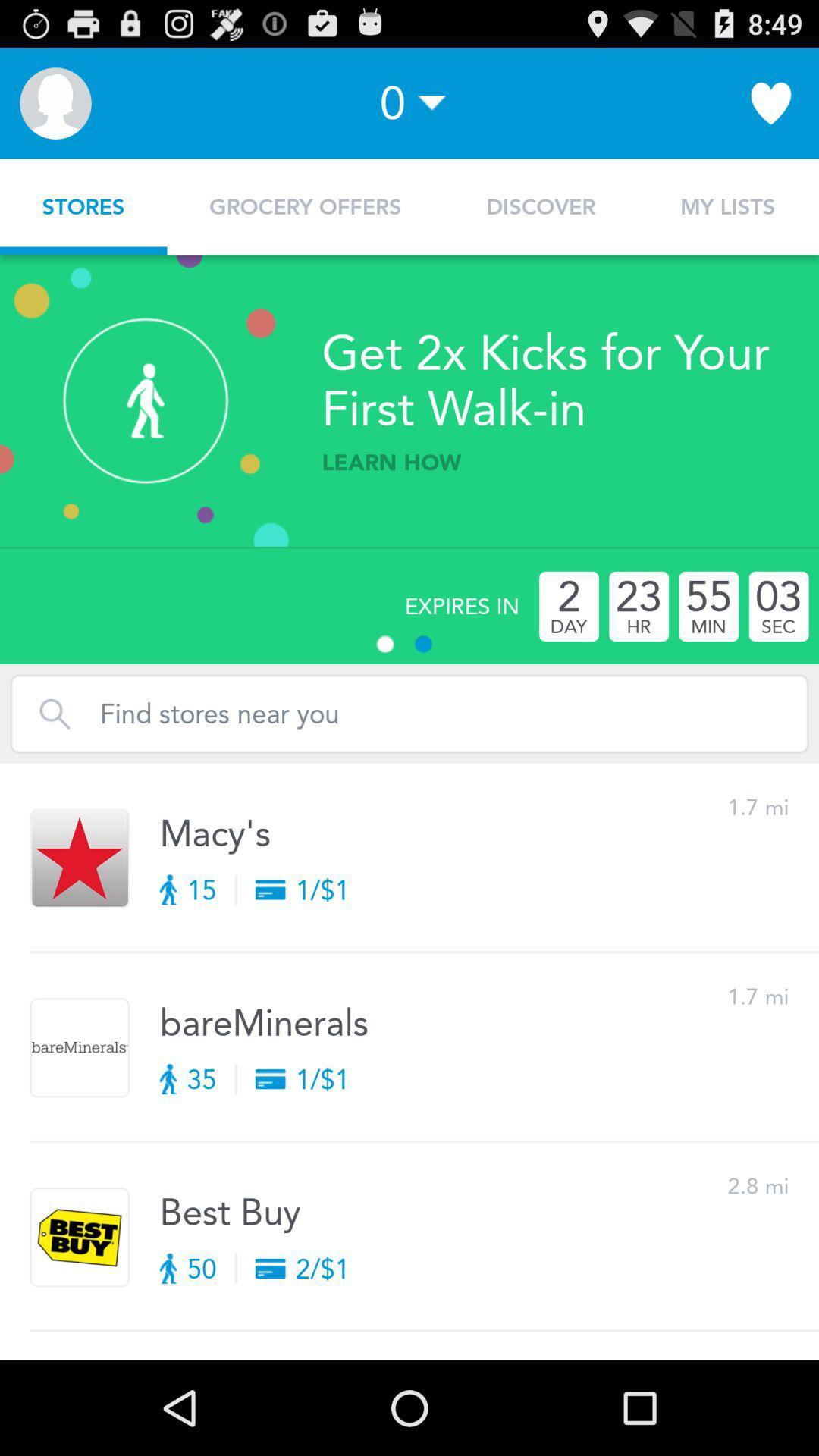 The height and width of the screenshot is (1456, 819). Describe the element at coordinates (55, 102) in the screenshot. I see `icon above stores icon` at that location.